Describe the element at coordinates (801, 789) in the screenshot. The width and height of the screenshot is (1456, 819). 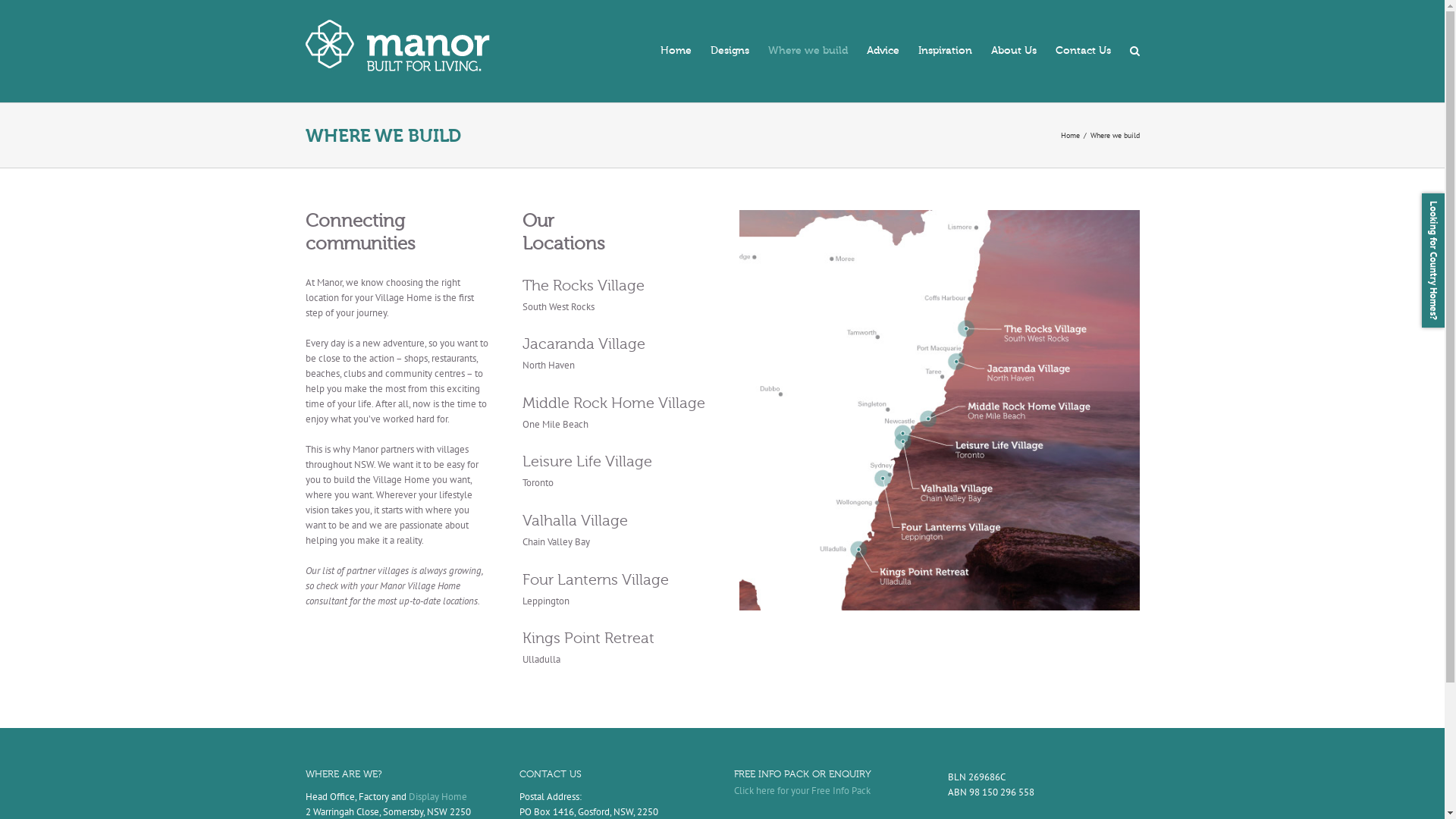
I see `'Click here for your Free Info Pack'` at that location.